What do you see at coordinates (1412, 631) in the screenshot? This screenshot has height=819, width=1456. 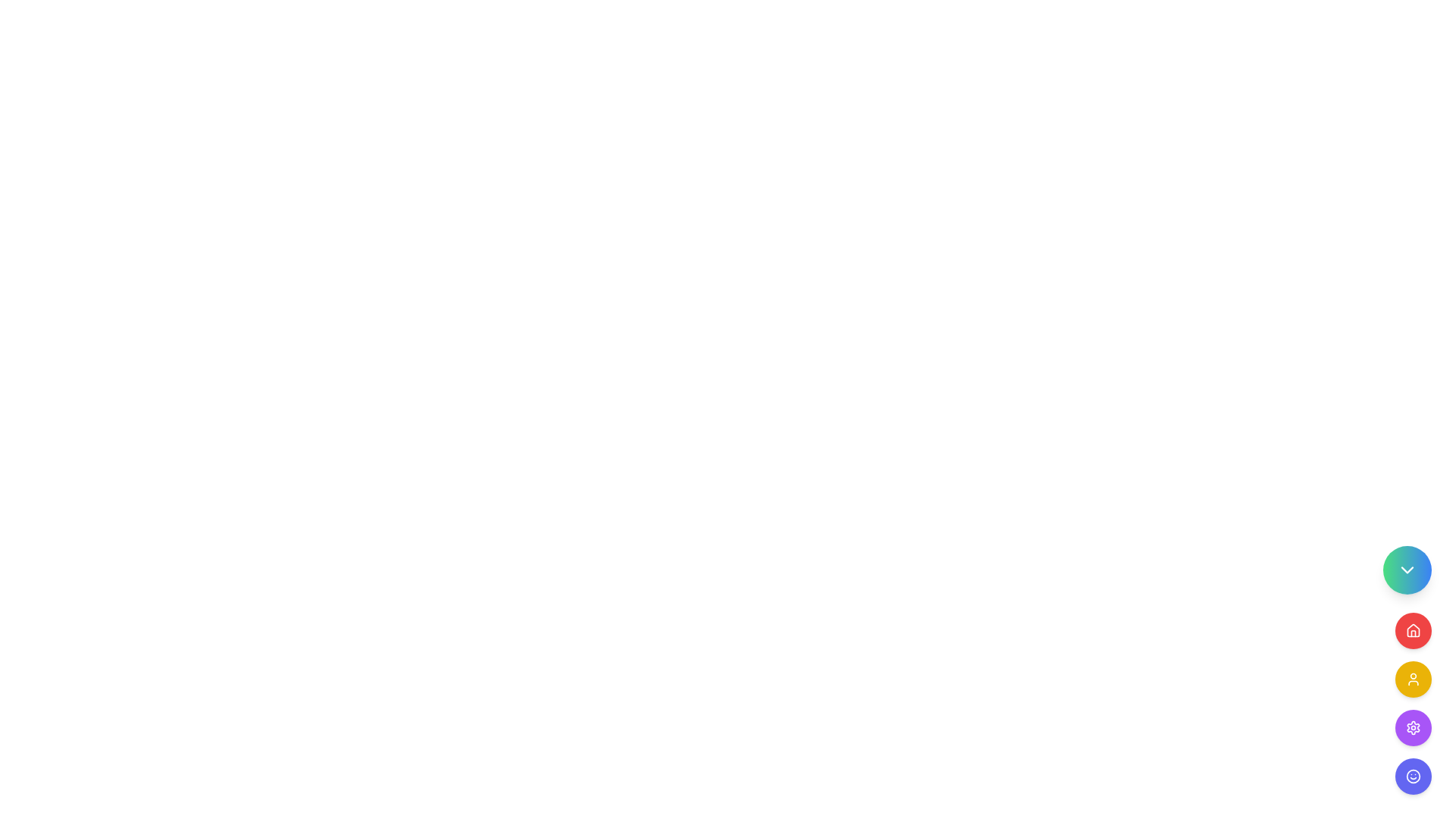 I see `the second circular button in the vertical stack on the right side of the layout` at bounding box center [1412, 631].